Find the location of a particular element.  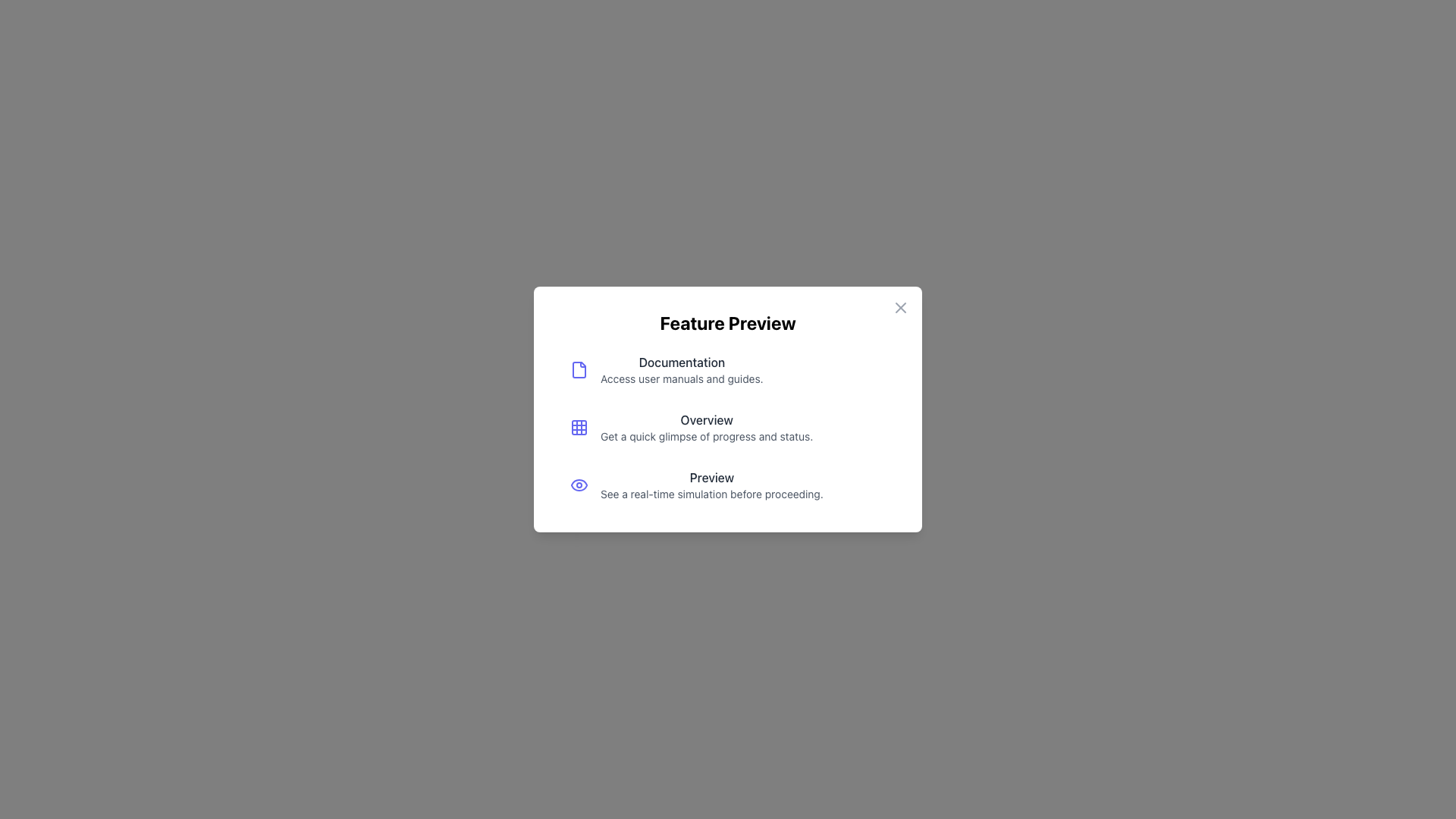

the 'Overview' text component in the 'Feature Preview' modal, which includes a bold title and a secondary description, positioned centrally below the 'Documentation' section is located at coordinates (706, 427).